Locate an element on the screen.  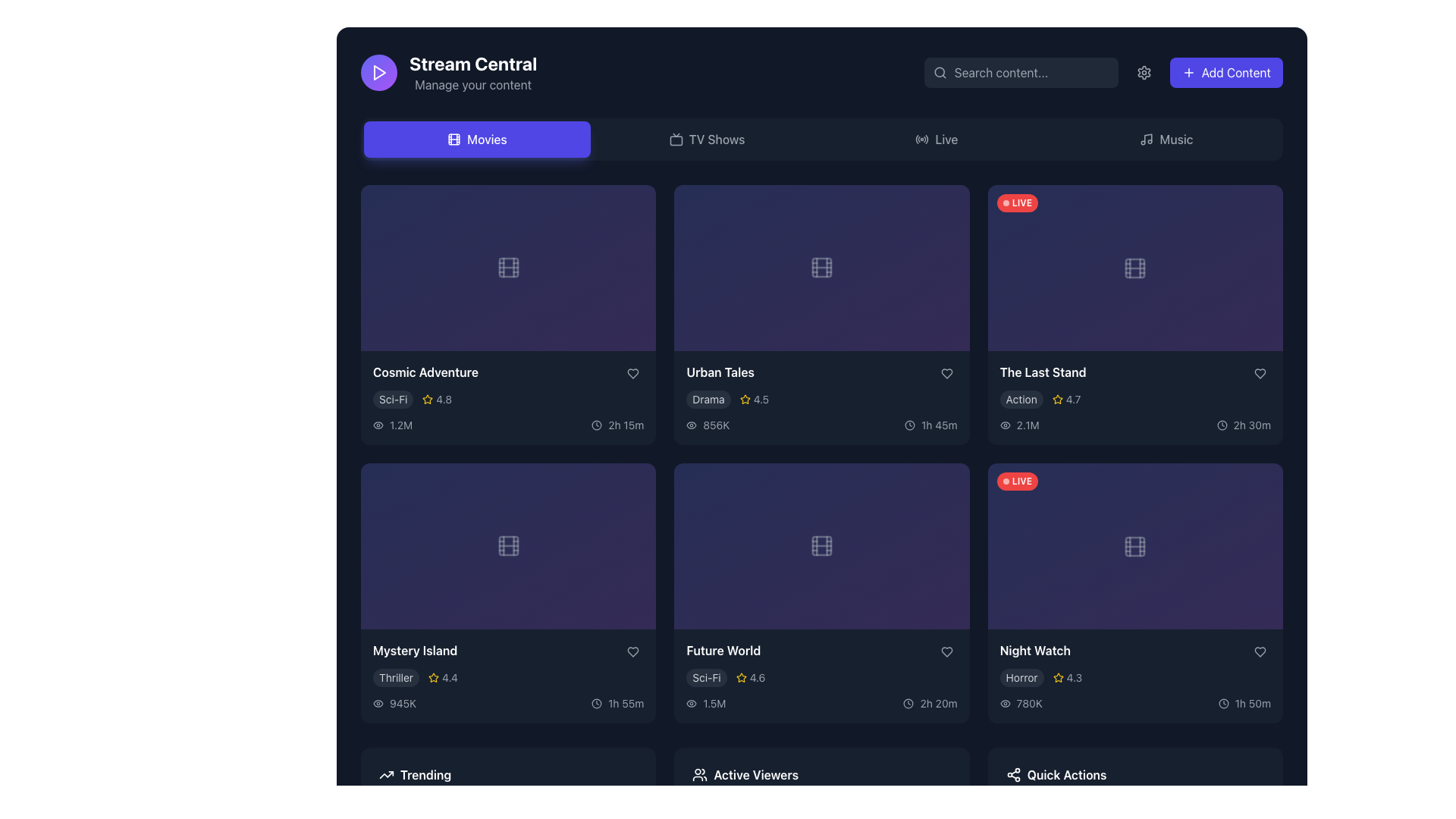
the filmstrip icon located centrally within the 'Future World' card in the second row and third column of the grid layout is located at coordinates (821, 546).